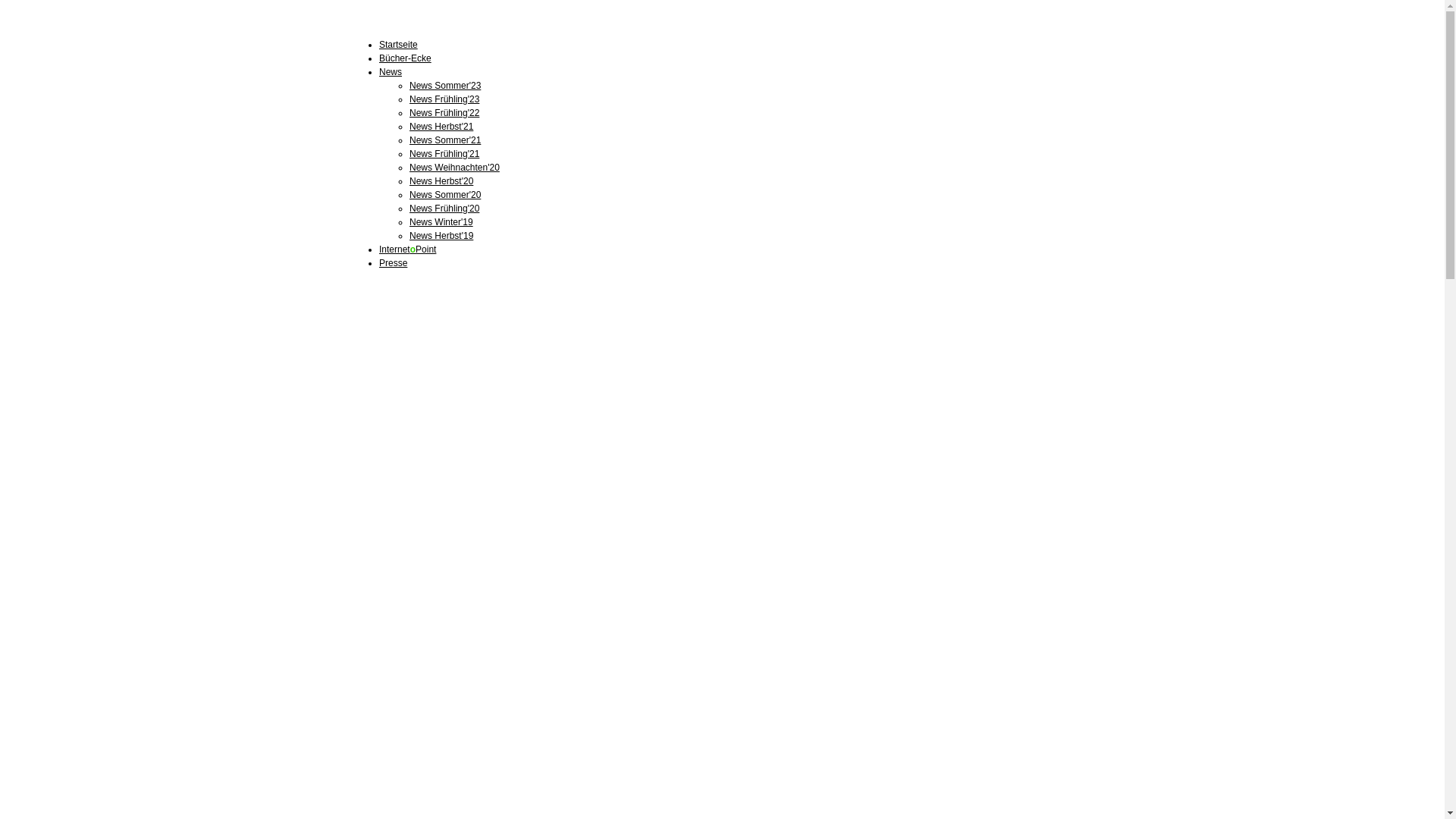  I want to click on 'News Sommer'20', so click(444, 194).